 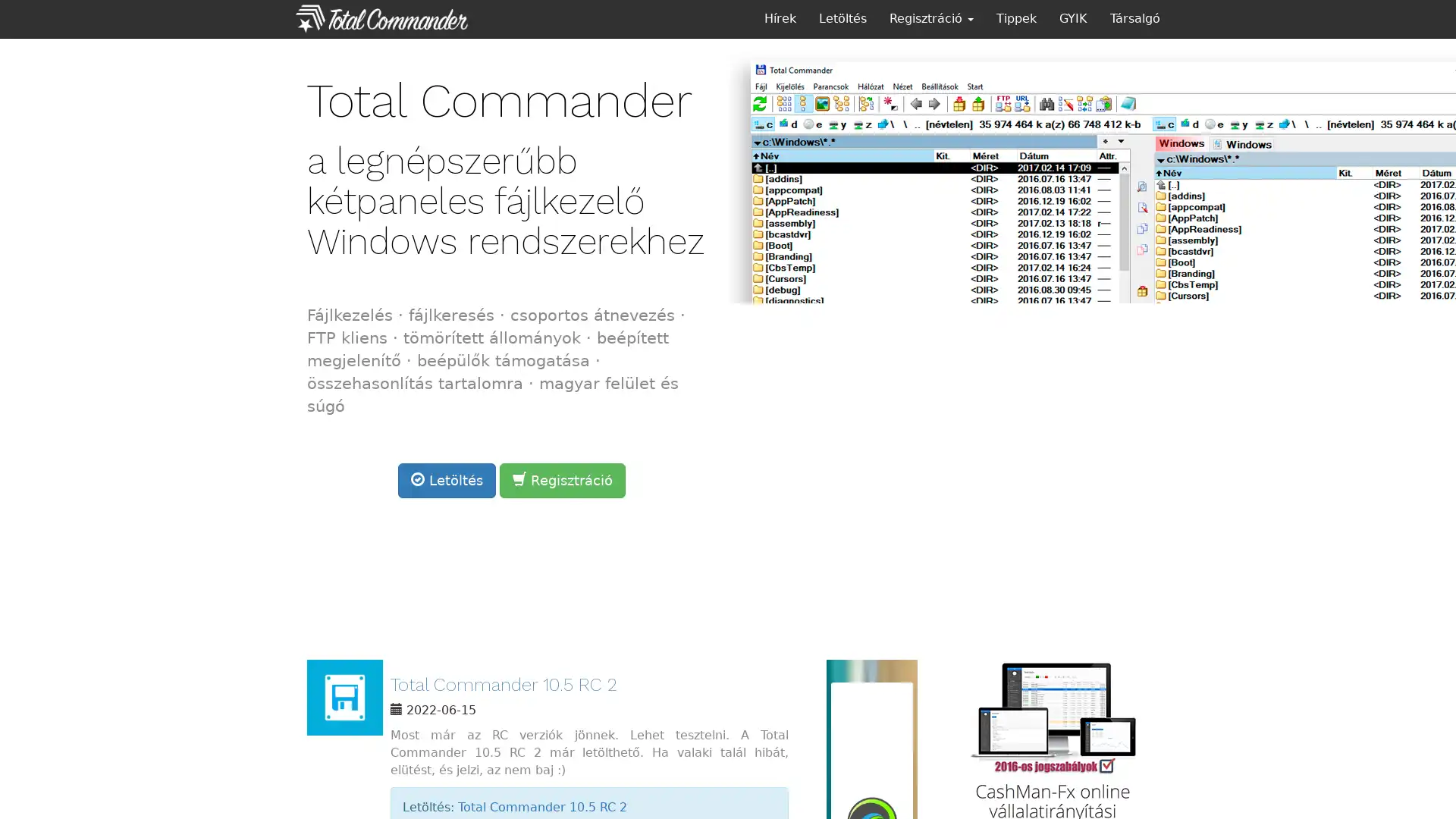 I want to click on Regisztracio, so click(x=562, y=479).